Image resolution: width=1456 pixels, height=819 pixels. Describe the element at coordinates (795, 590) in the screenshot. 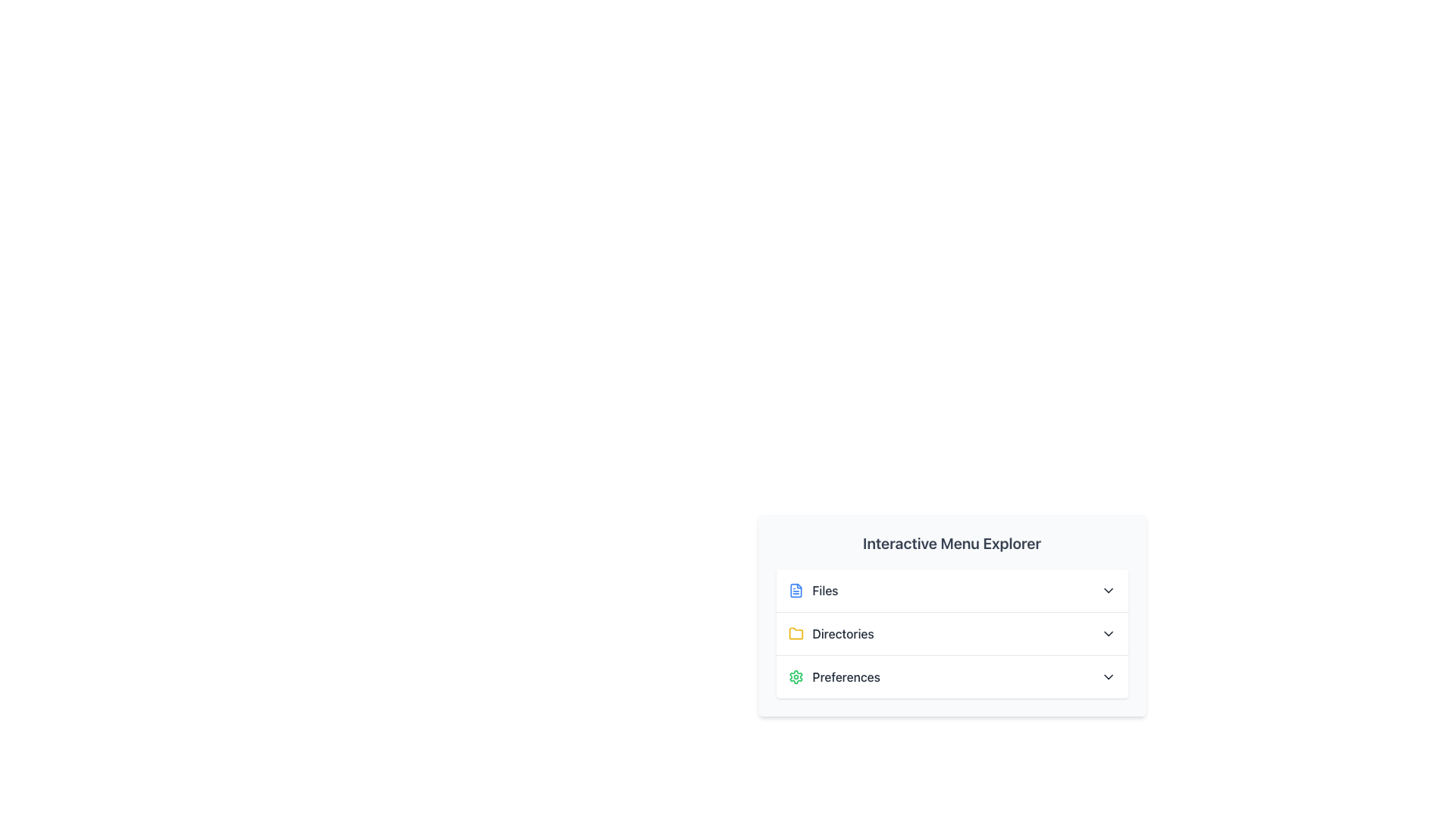

I see `the 'Files' icon located at the far left of the 'Files' label` at that location.